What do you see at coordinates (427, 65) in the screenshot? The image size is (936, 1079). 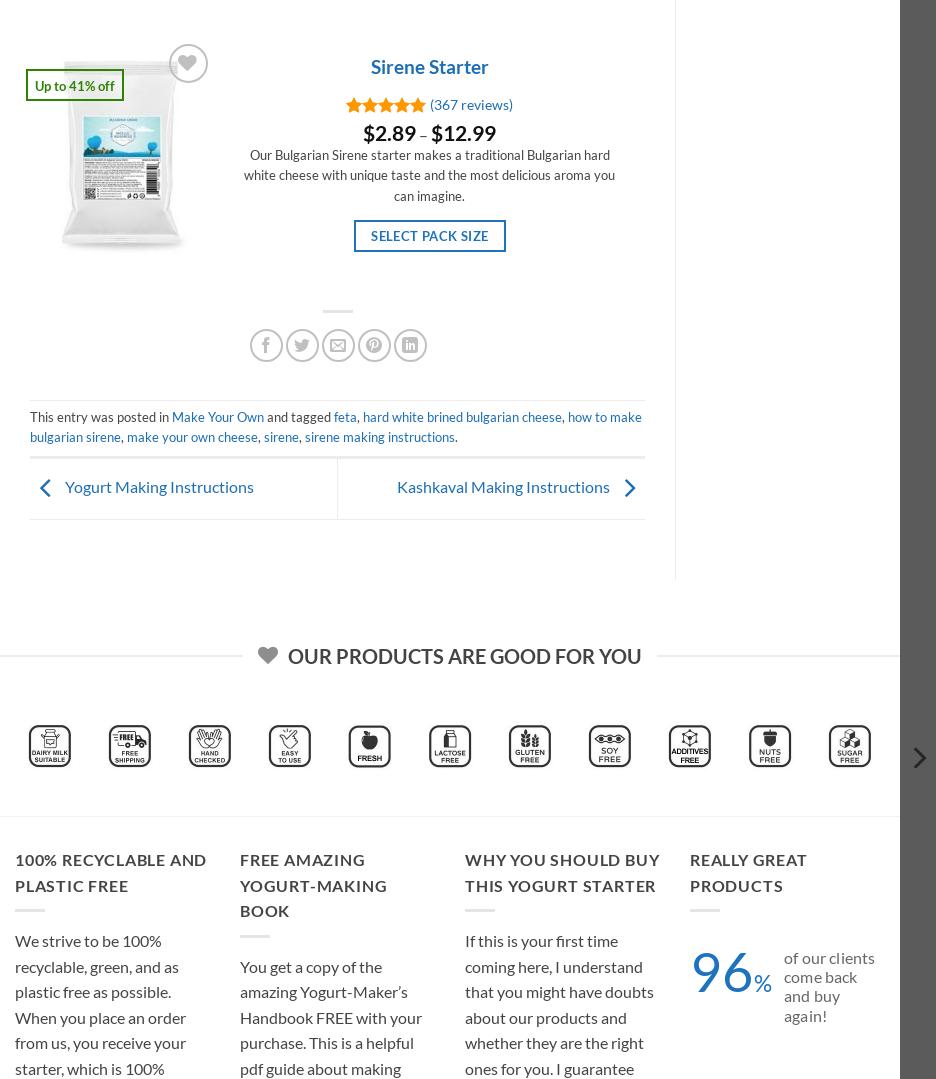 I see `'Sirene Starter'` at bounding box center [427, 65].